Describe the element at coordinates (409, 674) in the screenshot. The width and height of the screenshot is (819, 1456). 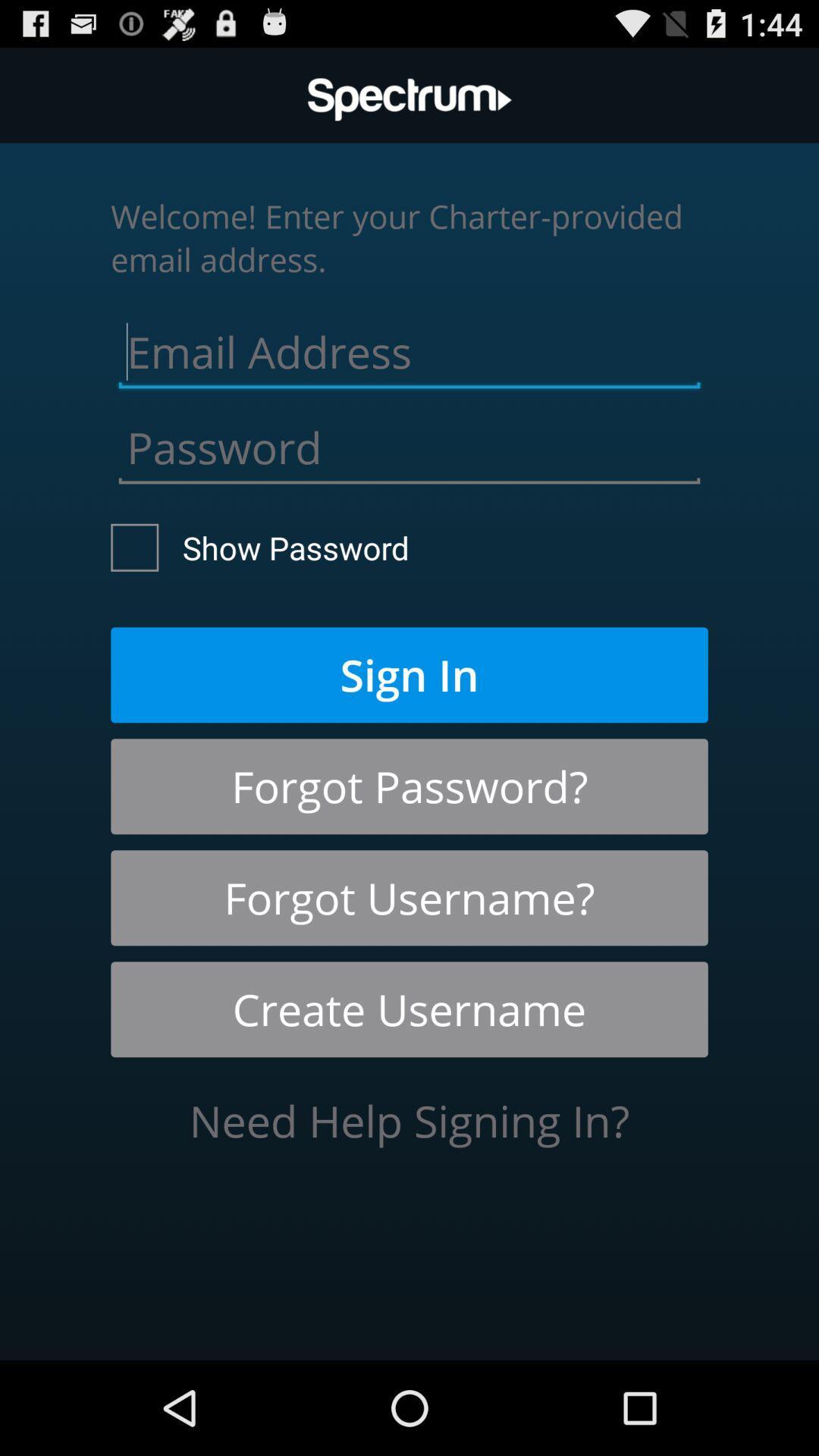
I see `the icon above forgot password? item` at that location.